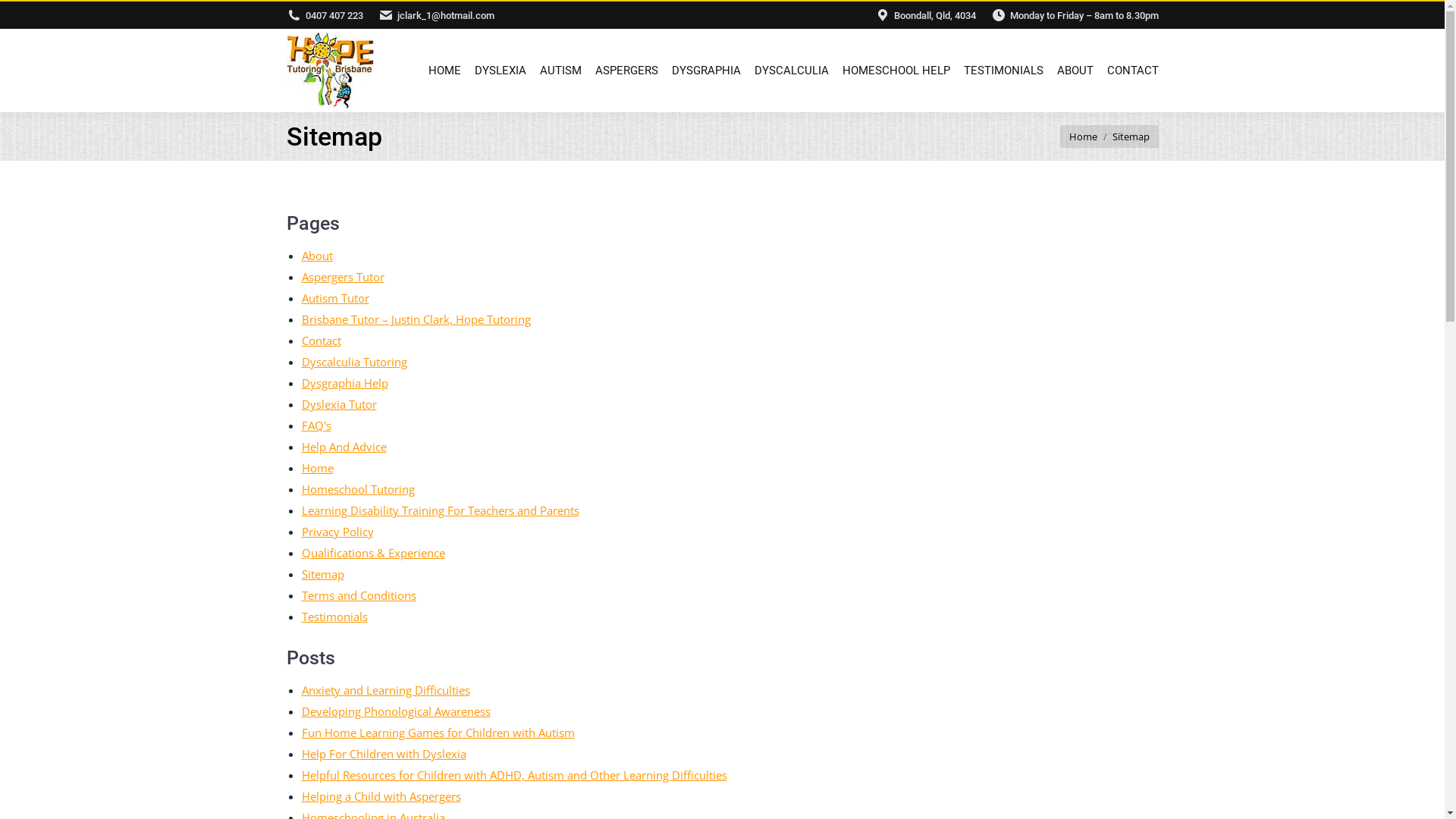  Describe the element at coordinates (304, 14) in the screenshot. I see `'0407 407 223'` at that location.